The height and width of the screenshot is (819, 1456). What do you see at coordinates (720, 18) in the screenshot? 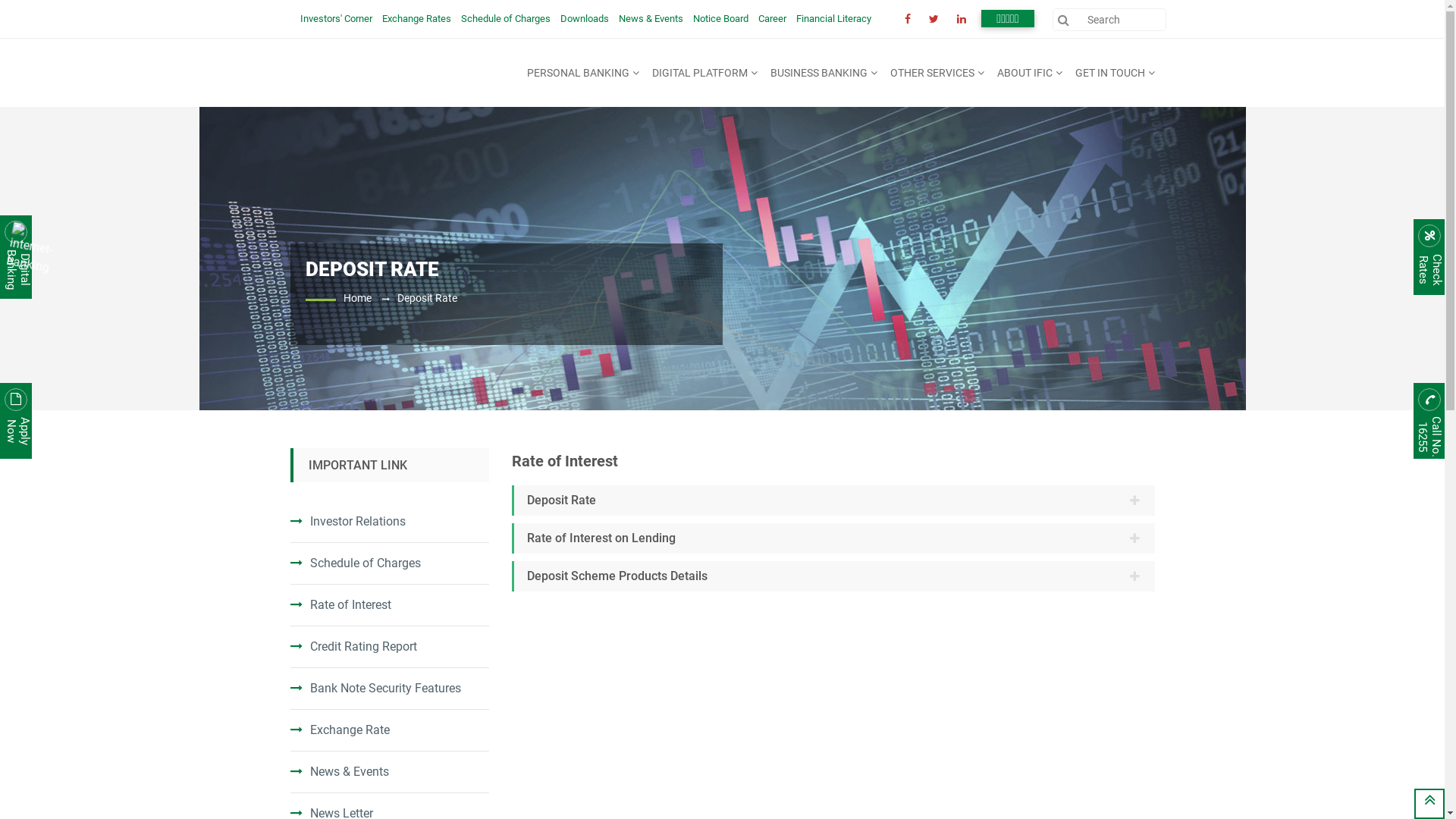
I see `'Notice Board'` at bounding box center [720, 18].